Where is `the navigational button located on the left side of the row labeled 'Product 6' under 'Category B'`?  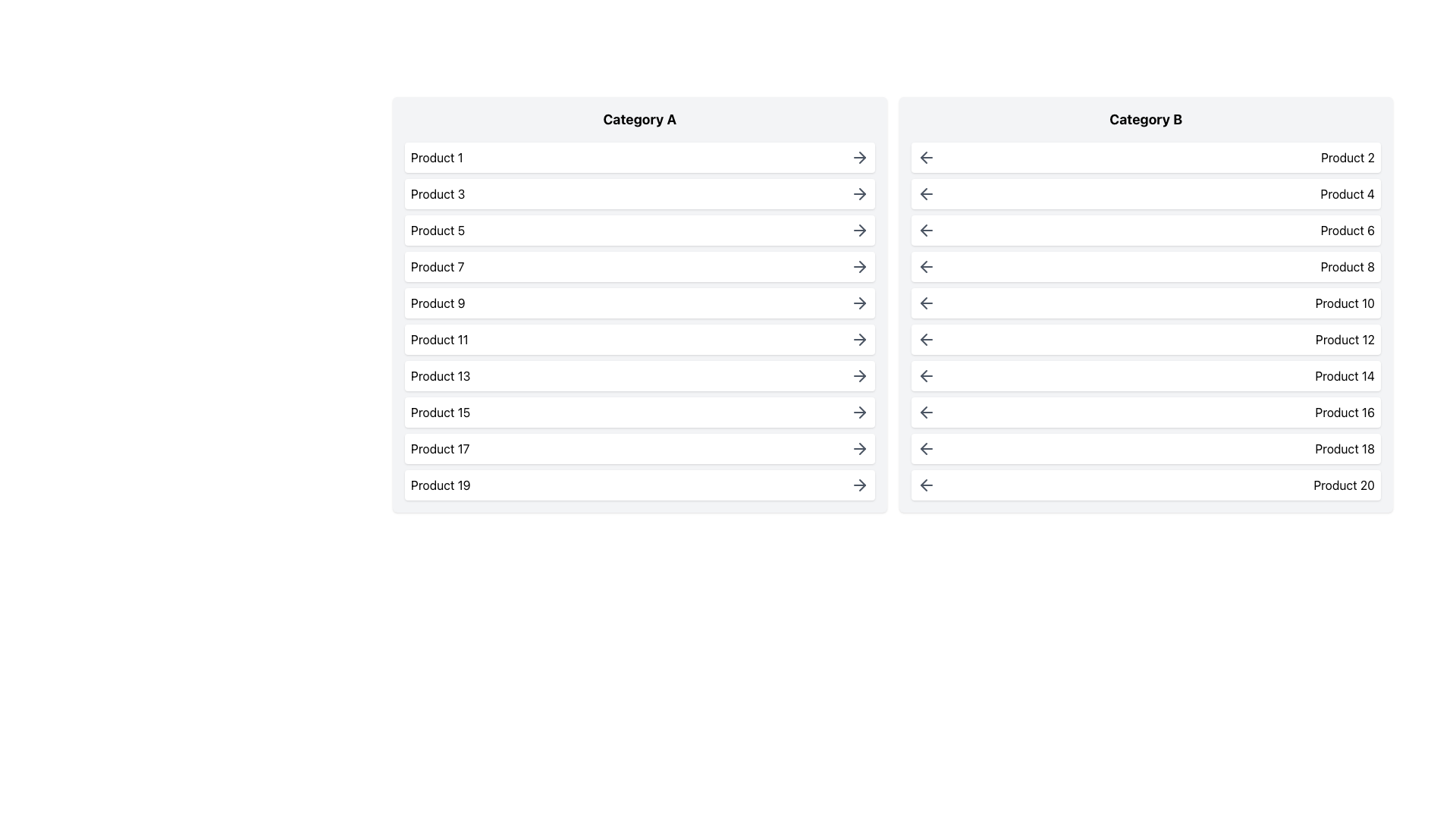
the navigational button located on the left side of the row labeled 'Product 6' under 'Category B' is located at coordinates (925, 231).